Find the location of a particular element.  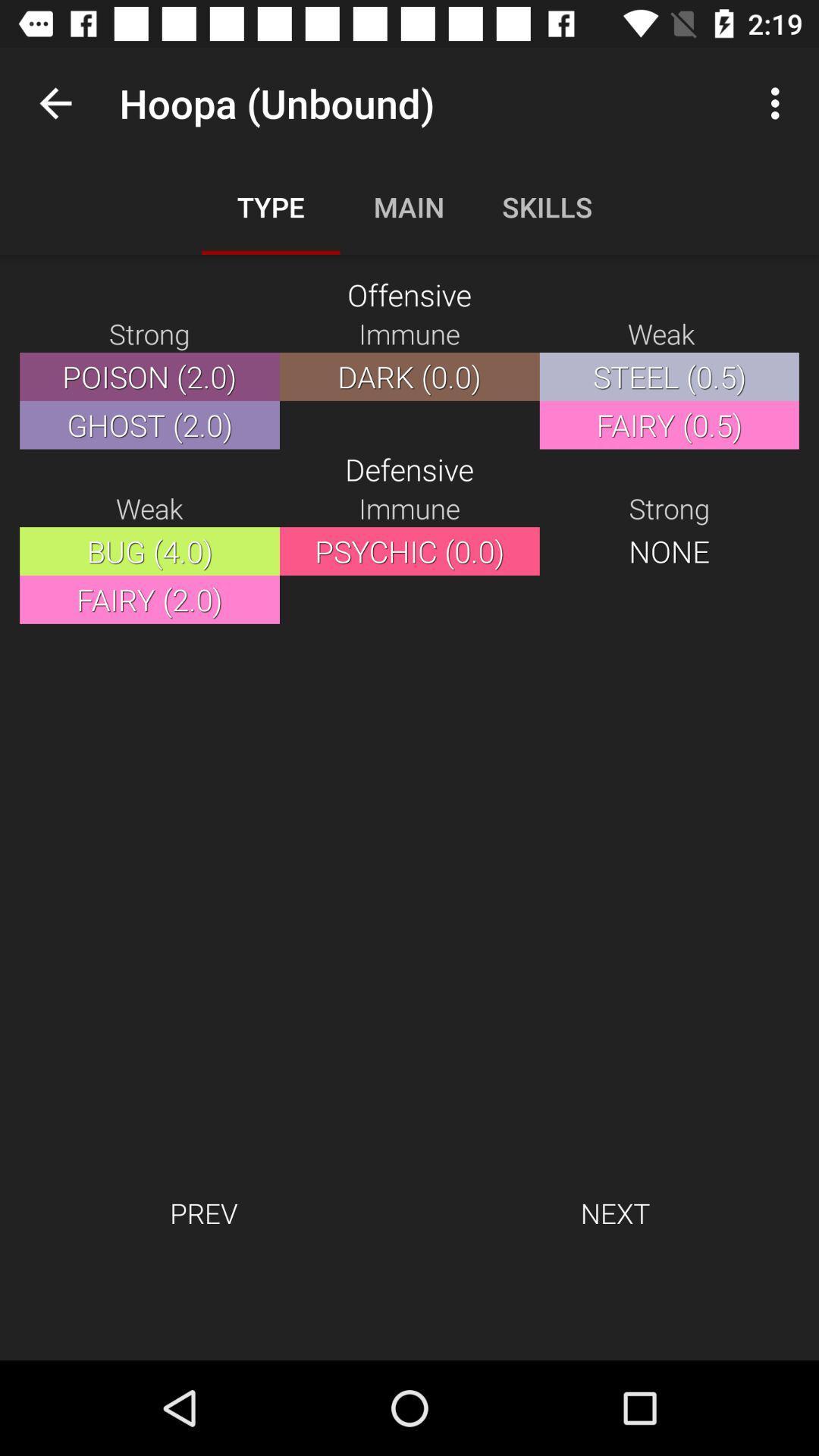

prev item is located at coordinates (202, 1212).